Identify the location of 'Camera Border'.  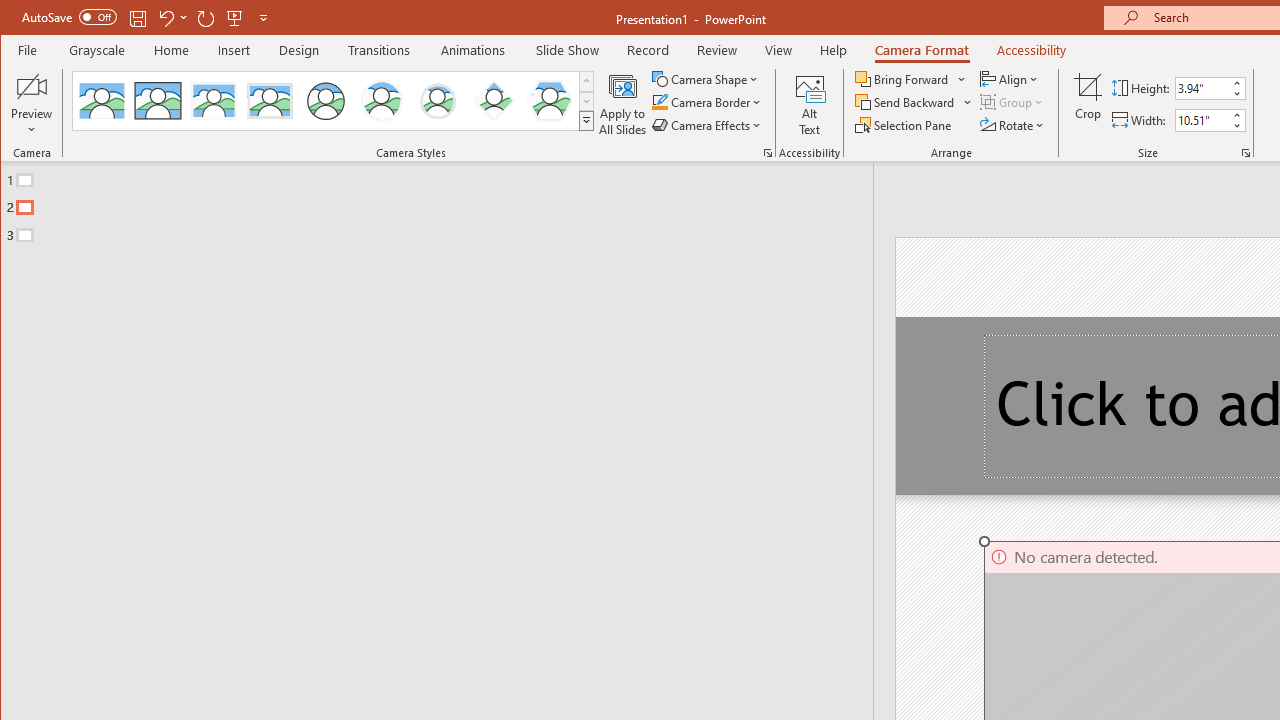
(707, 102).